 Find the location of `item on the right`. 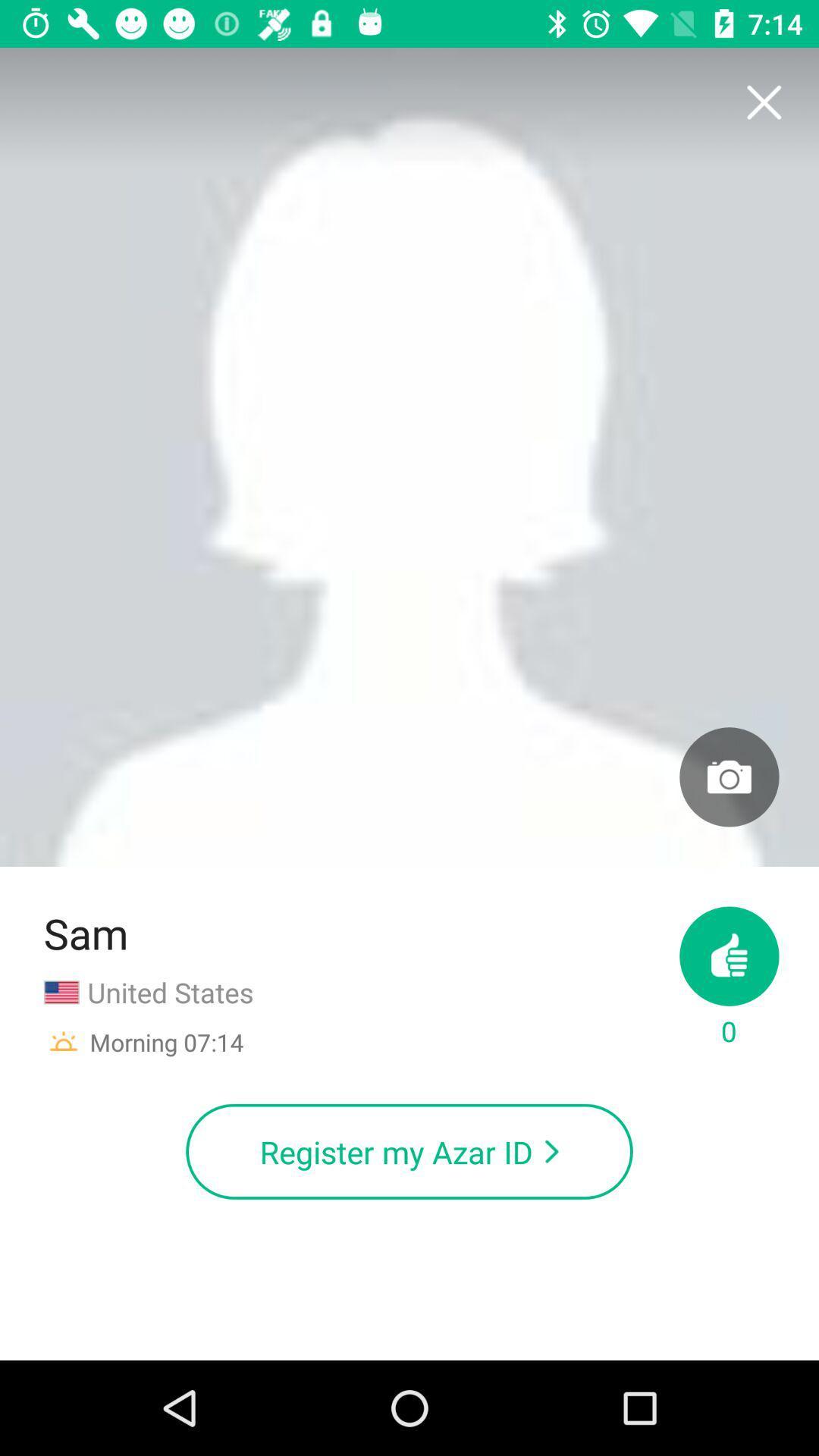

item on the right is located at coordinates (728, 777).